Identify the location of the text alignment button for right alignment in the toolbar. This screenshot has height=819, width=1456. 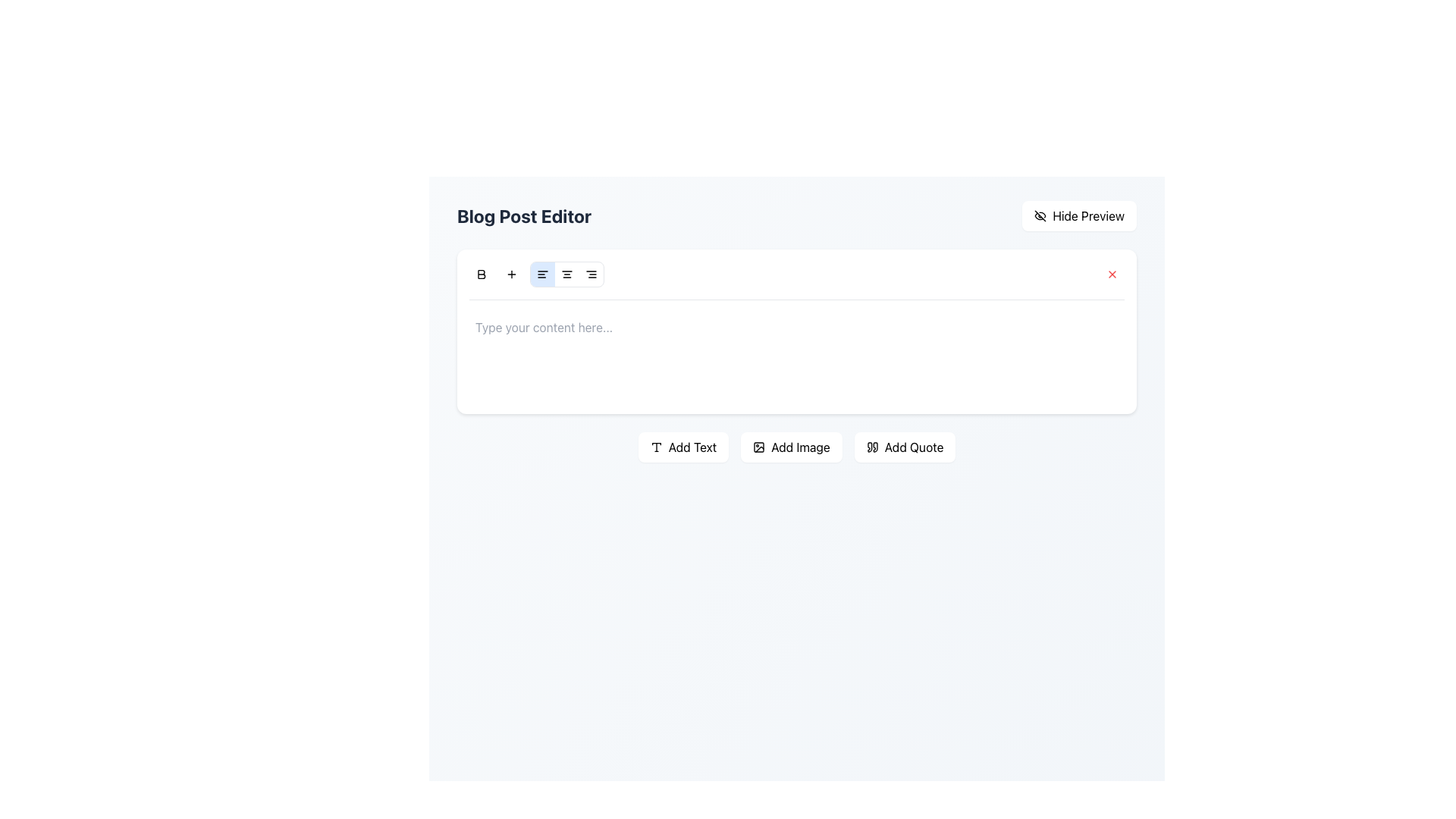
(590, 275).